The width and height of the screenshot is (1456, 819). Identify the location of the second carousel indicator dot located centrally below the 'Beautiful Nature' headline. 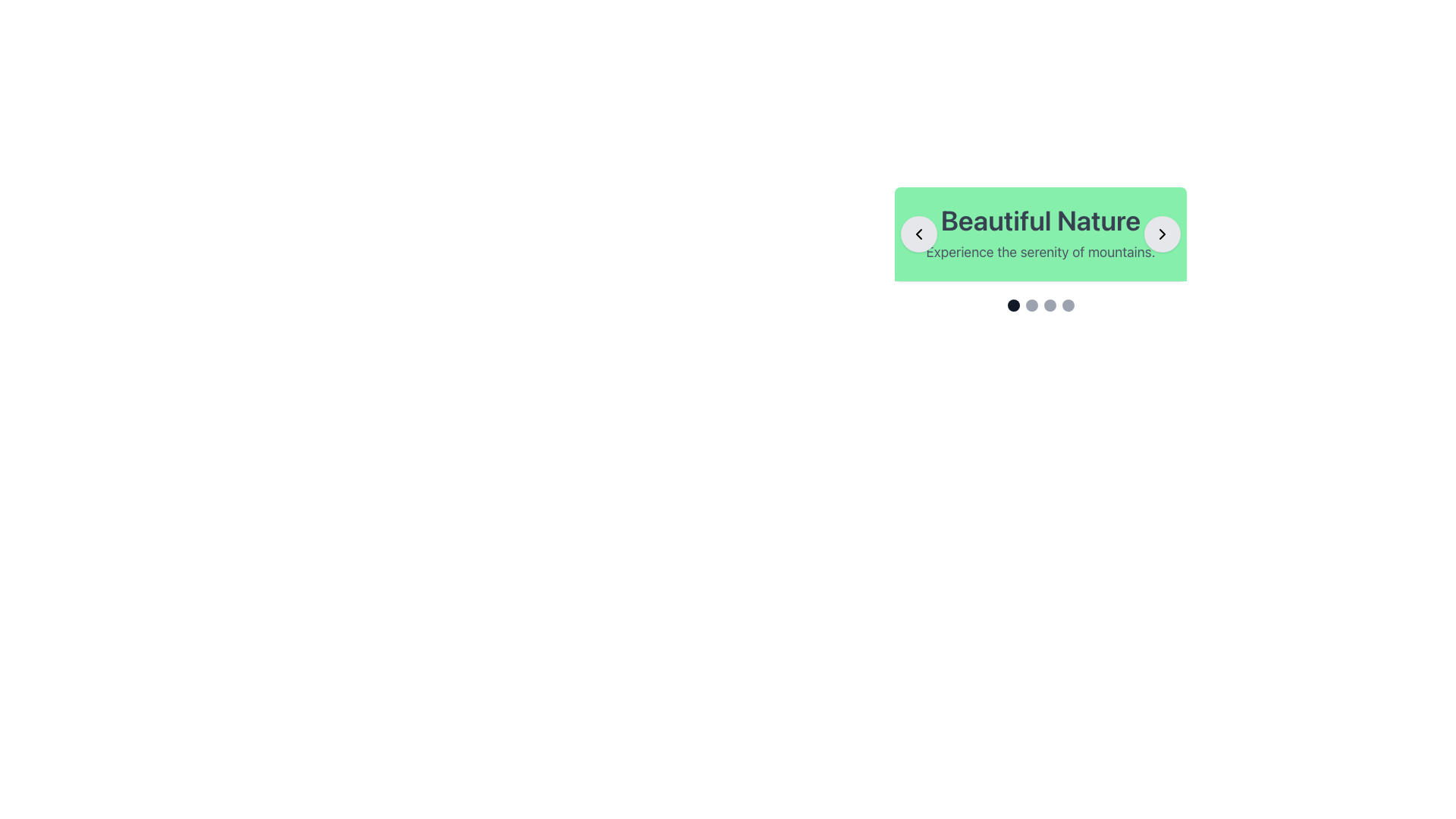
(1040, 305).